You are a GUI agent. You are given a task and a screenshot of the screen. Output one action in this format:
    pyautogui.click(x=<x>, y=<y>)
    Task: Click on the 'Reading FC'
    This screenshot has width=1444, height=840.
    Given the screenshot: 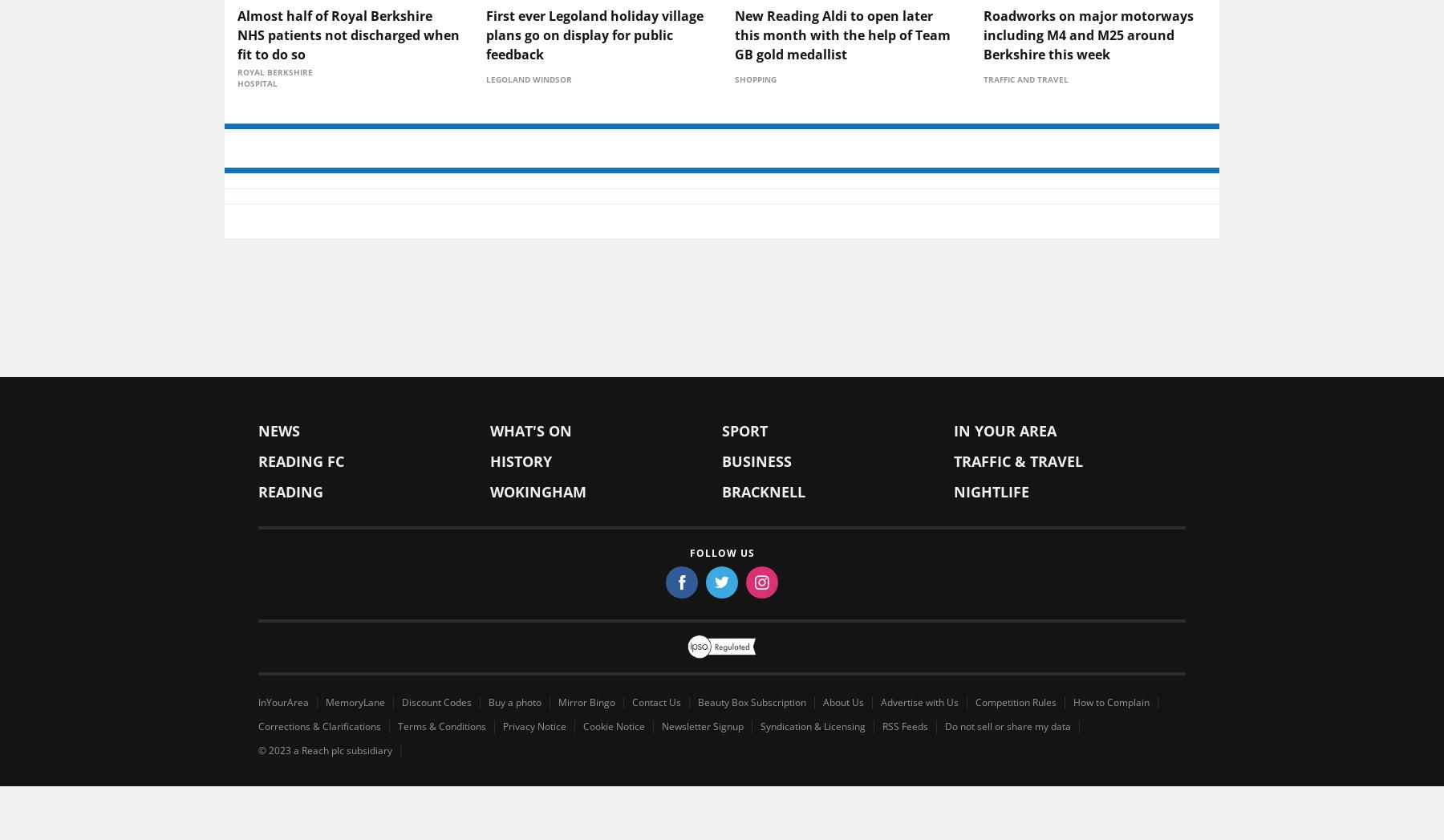 What is the action you would take?
    pyautogui.click(x=301, y=589)
    